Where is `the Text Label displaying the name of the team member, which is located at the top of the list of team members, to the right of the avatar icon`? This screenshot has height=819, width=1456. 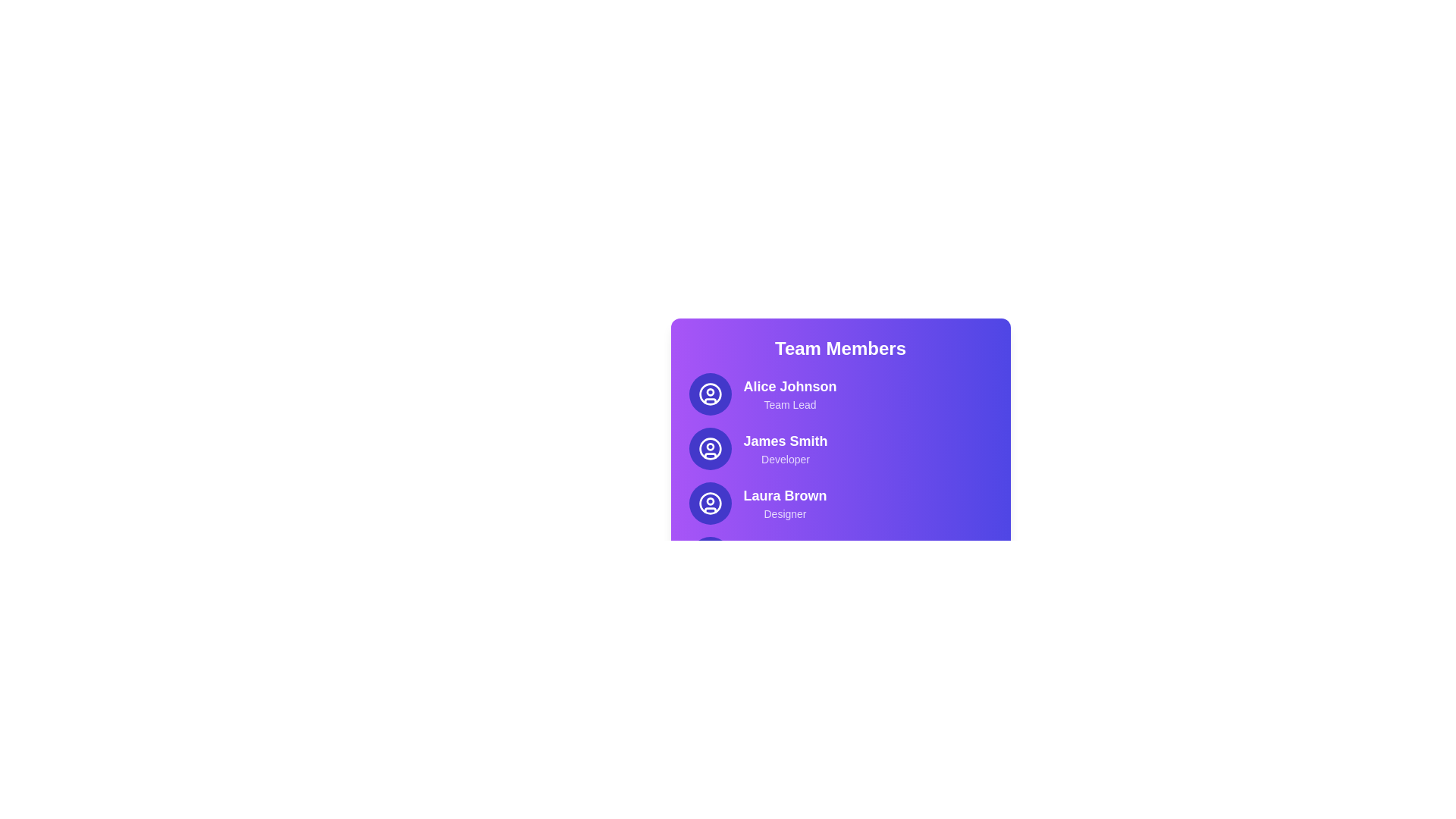
the Text Label displaying the name of the team member, which is located at the top of the list of team members, to the right of the avatar icon is located at coordinates (789, 385).